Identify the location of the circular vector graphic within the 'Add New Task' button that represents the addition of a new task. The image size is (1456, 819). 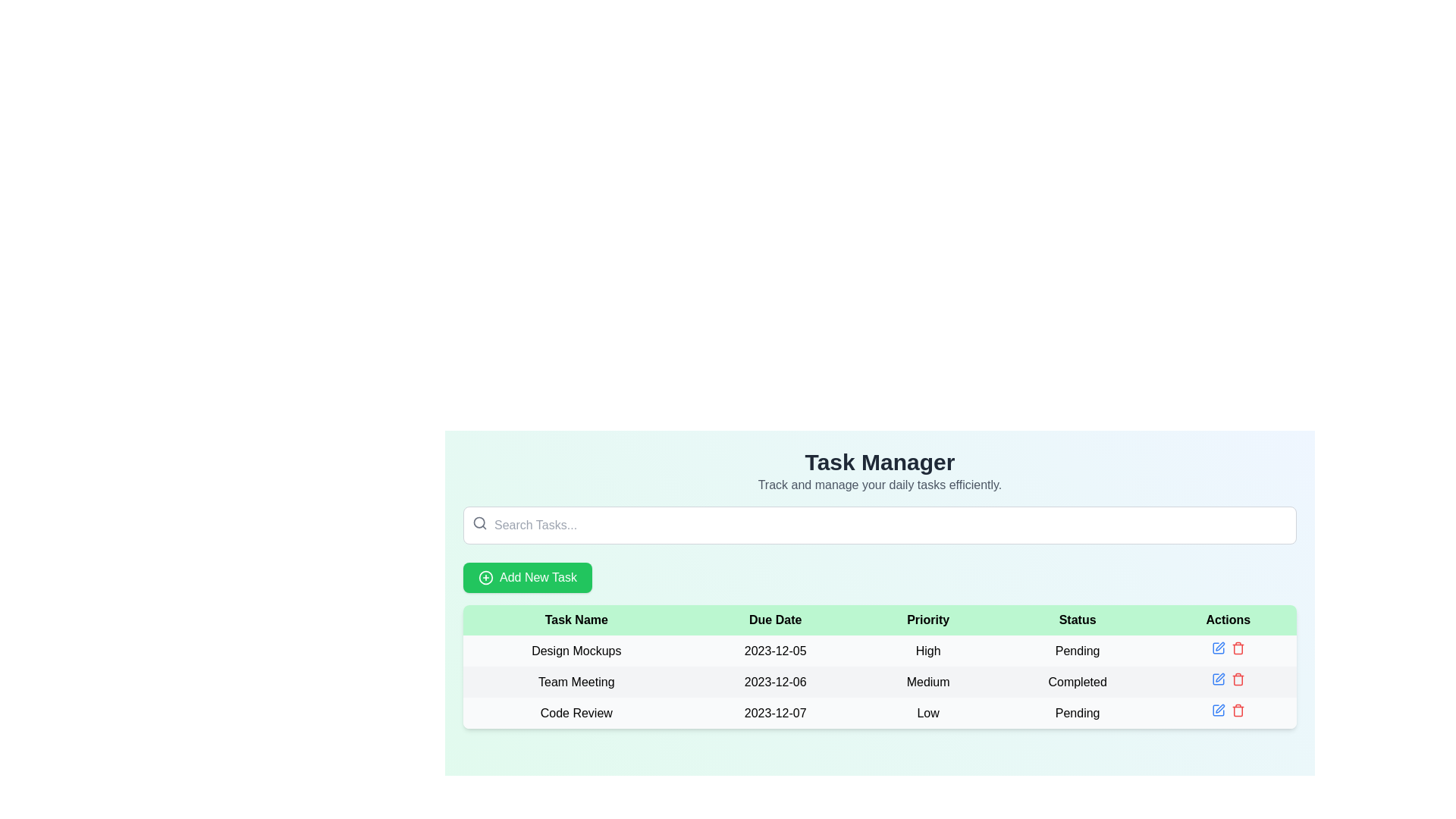
(486, 578).